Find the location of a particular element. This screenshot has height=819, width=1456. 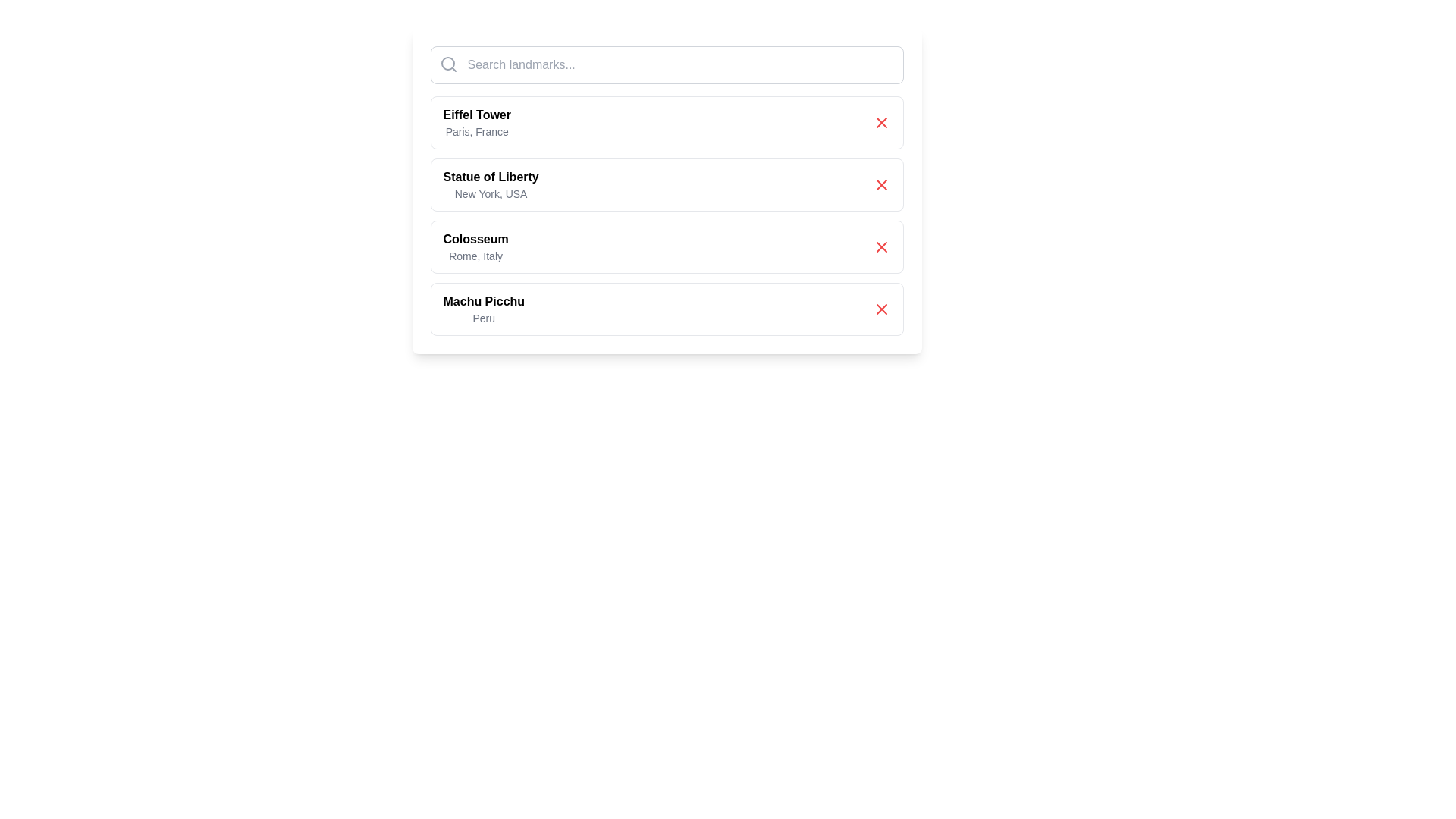

the red 'X' icon button representing close or delete functionality, located at the far right end of the 'Colosseum' row entry in the list is located at coordinates (881, 246).